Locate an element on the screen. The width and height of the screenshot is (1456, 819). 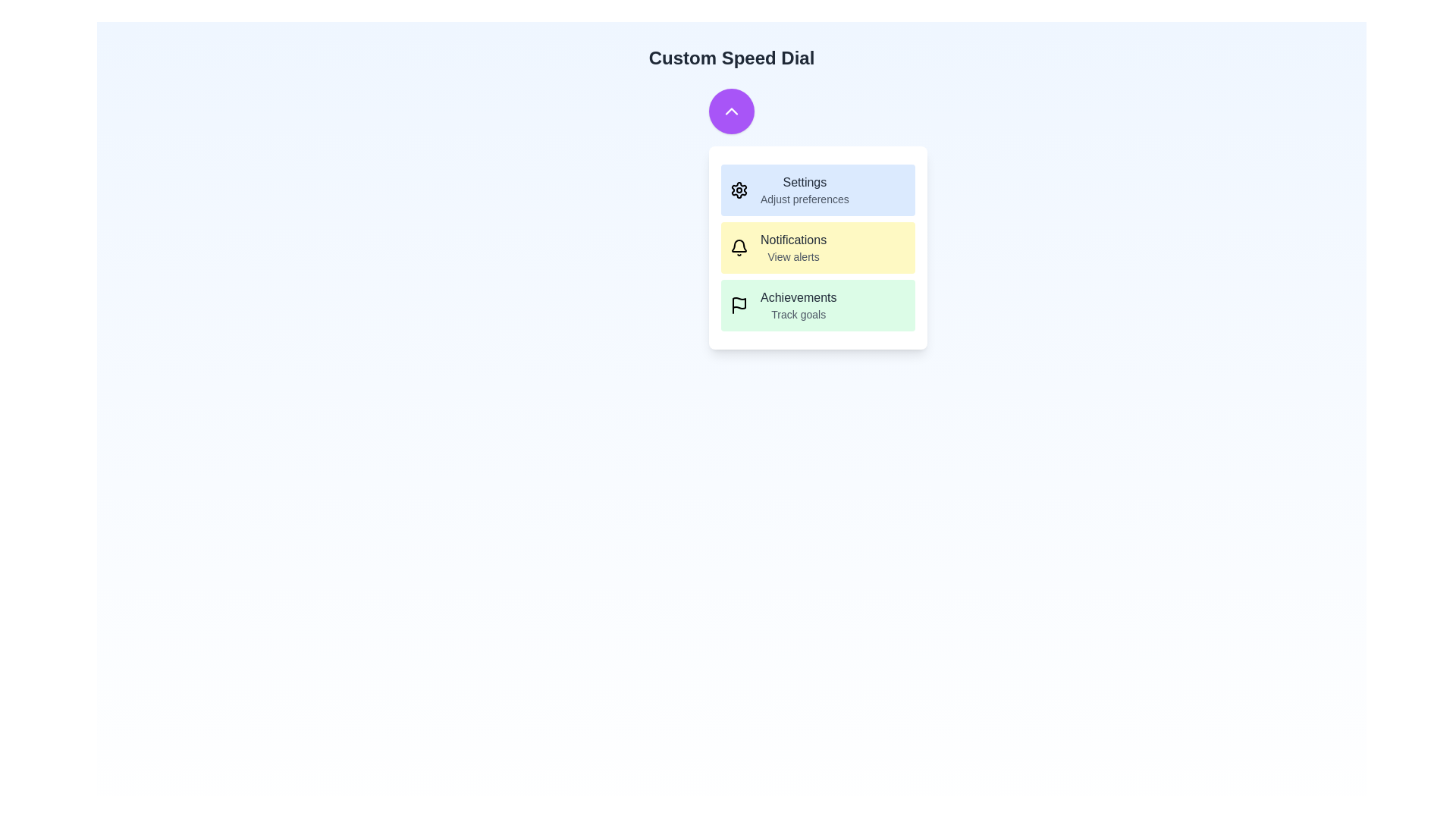
the action item Notifications to observe its hover effect is located at coordinates (817, 247).